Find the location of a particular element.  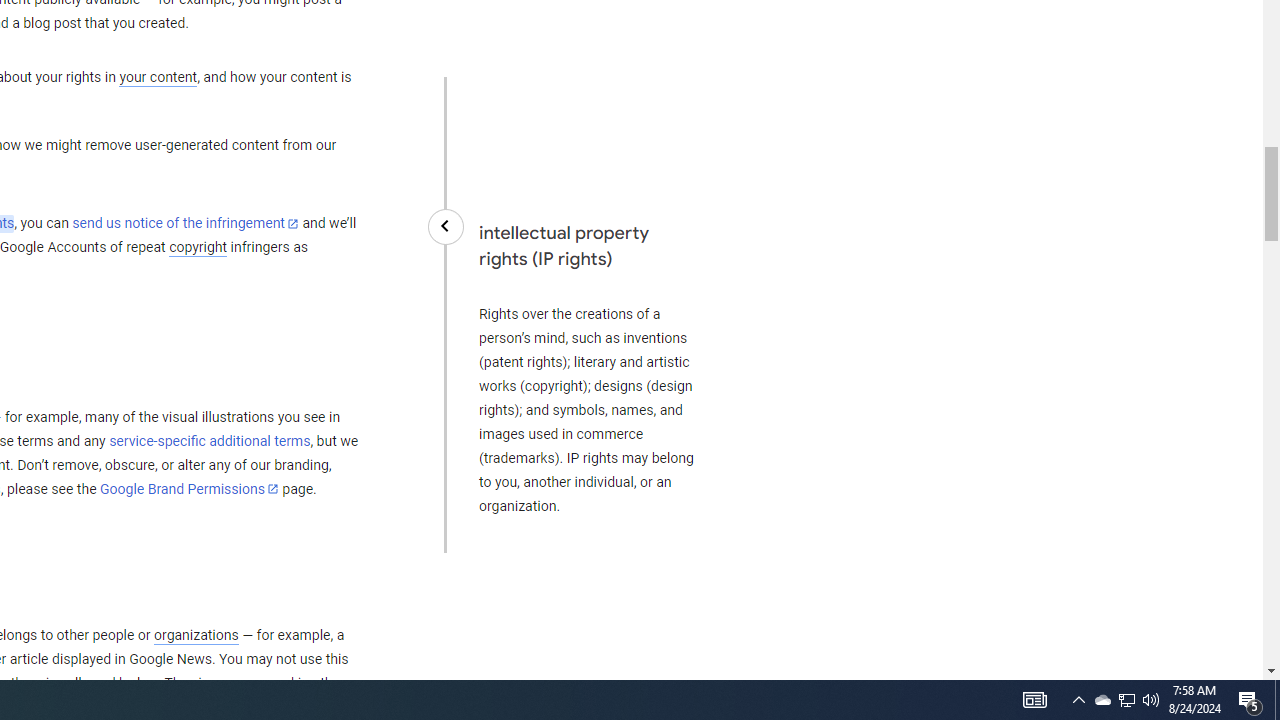

'Google Brand Permissions' is located at coordinates (189, 489).